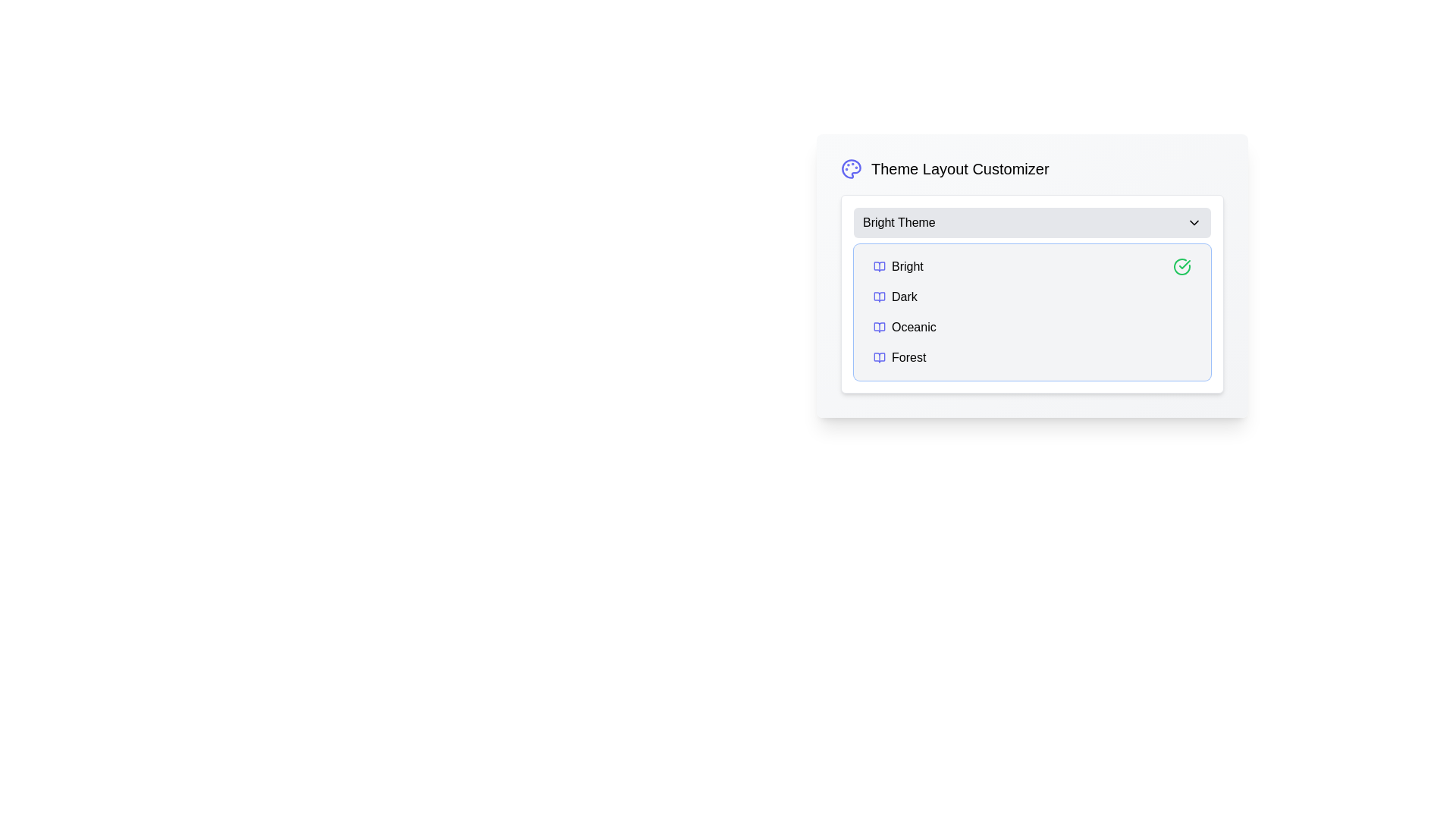 The height and width of the screenshot is (819, 1456). Describe the element at coordinates (1031, 222) in the screenshot. I see `the 'Bright Theme' dropdown menu` at that location.